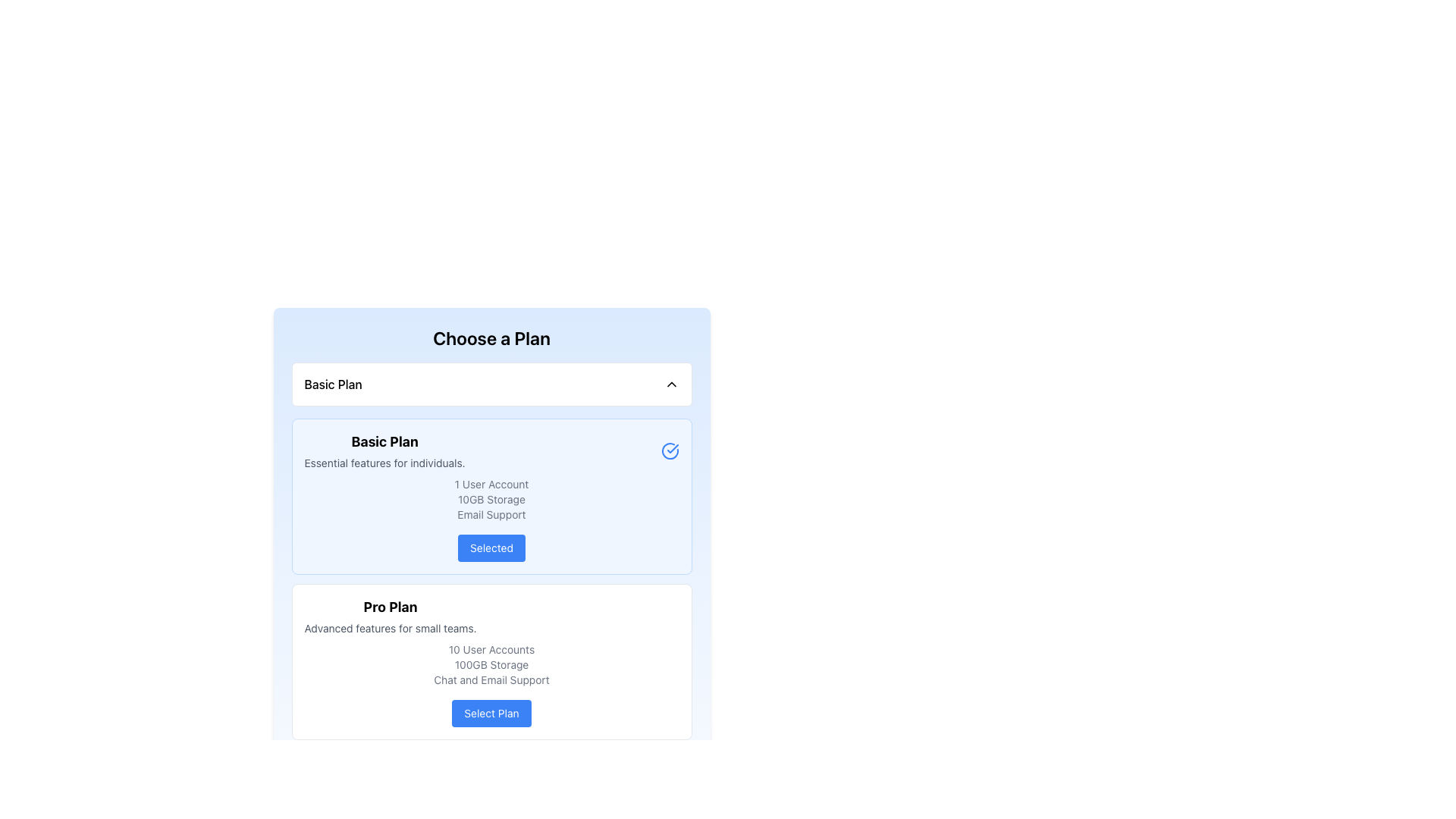 This screenshot has height=819, width=1456. Describe the element at coordinates (384, 450) in the screenshot. I see `the 'Basic Plan' text label, which serves as an introductory section for the subscription plan on the 'Choose a Plan' page` at that location.